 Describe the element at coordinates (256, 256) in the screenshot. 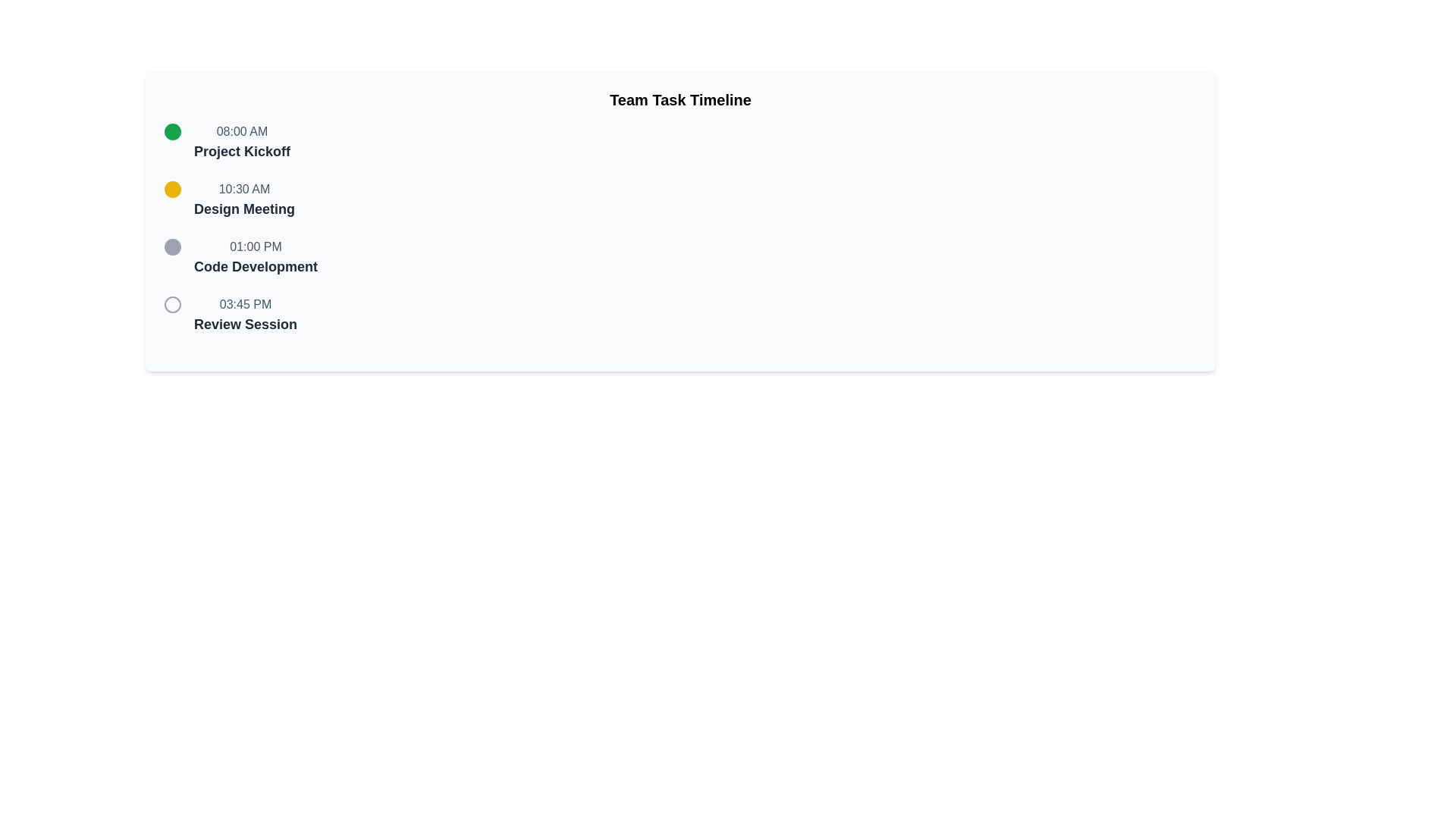

I see `the Text Display element that shows '01:00 PM' above 'Code Development', which is the third item in a vertical timeline layout of events` at that location.